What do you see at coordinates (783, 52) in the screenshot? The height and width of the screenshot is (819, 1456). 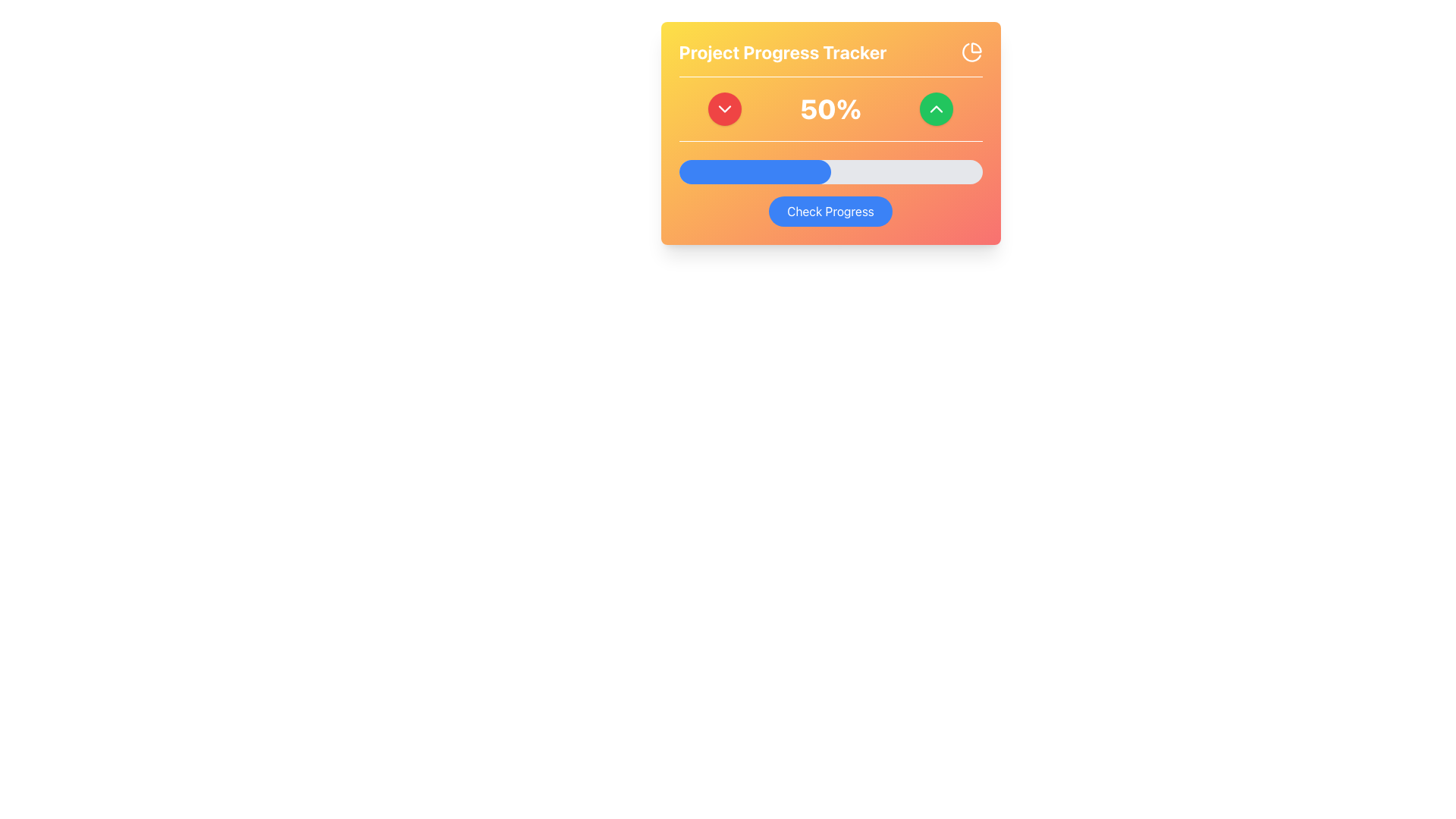 I see `the bold text element reading 'Project Progress Tracker' in white color, located on the top-left section of the card-like UI component with a gradient orange background` at bounding box center [783, 52].